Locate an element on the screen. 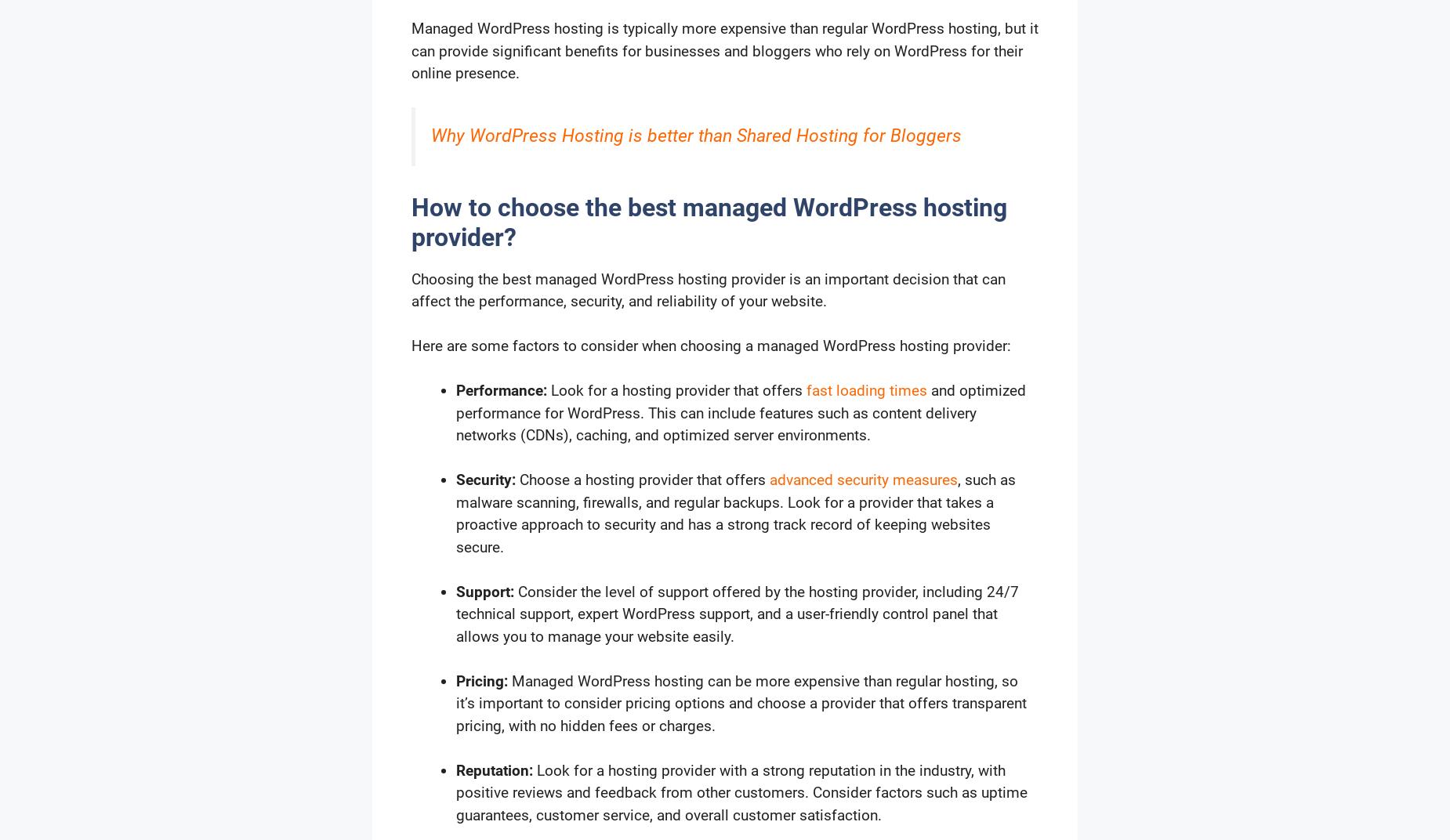 This screenshot has height=840, width=1450. 'Support:' is located at coordinates (456, 591).